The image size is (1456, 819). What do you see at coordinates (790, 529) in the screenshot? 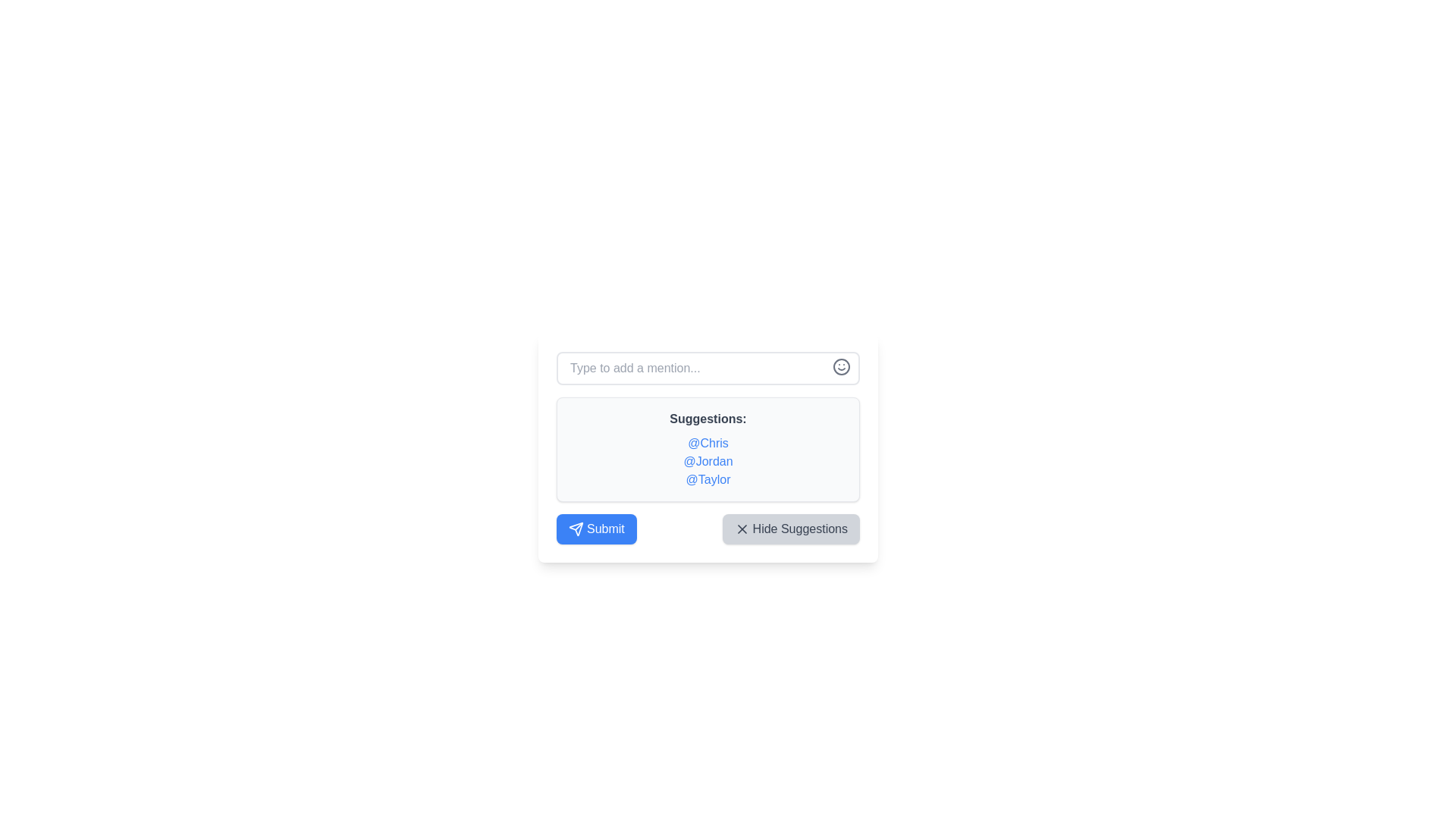
I see `the 'Hide Suggestions' button, which is a gray button with the label 'Hide Suggestions' and an 'X' icon, located towards the lower right of the suggestion box` at bounding box center [790, 529].